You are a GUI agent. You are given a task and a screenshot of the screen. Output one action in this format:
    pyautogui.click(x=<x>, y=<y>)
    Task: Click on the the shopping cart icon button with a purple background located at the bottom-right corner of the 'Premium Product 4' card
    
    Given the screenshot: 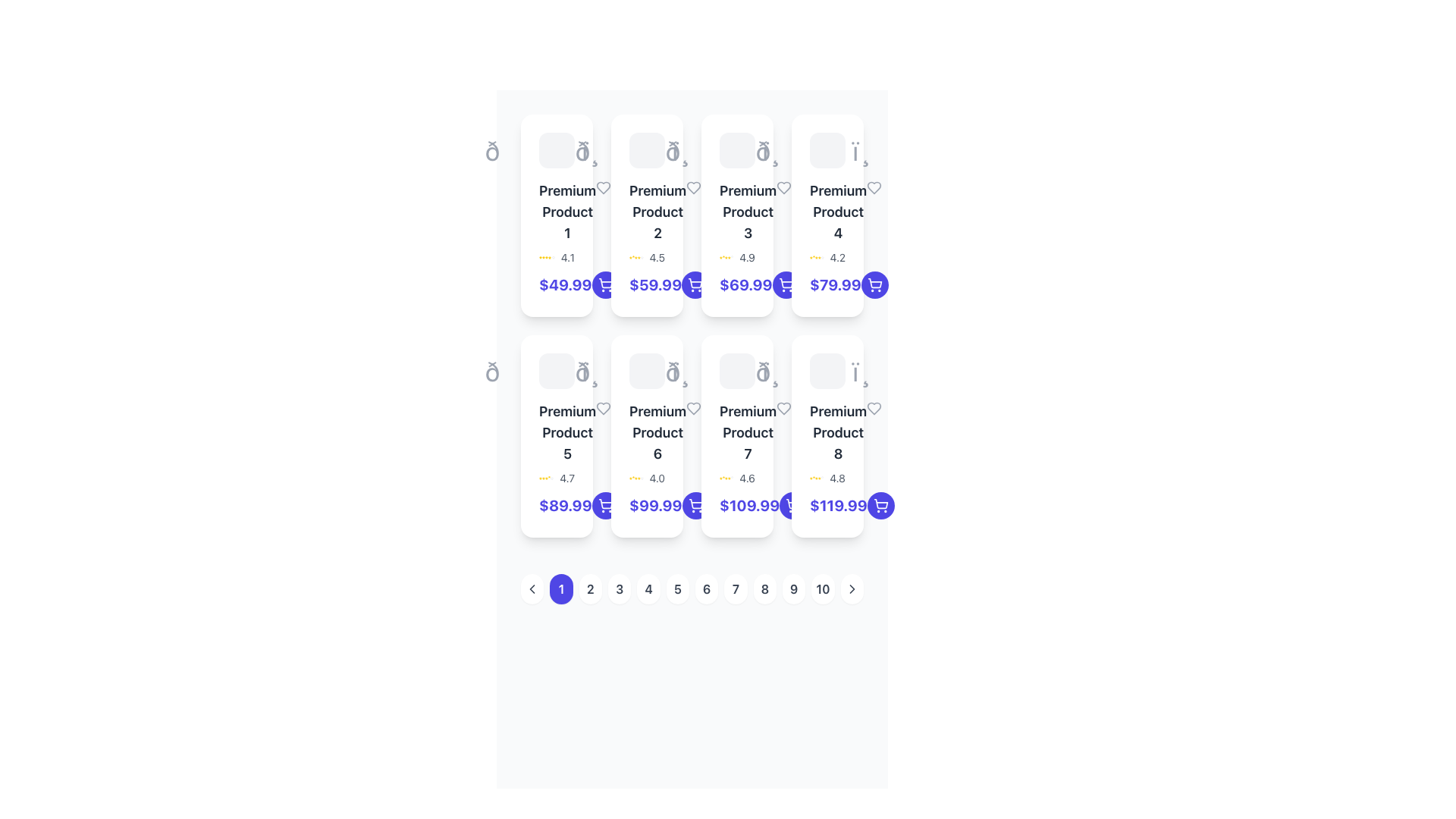 What is the action you would take?
    pyautogui.click(x=874, y=284)
    